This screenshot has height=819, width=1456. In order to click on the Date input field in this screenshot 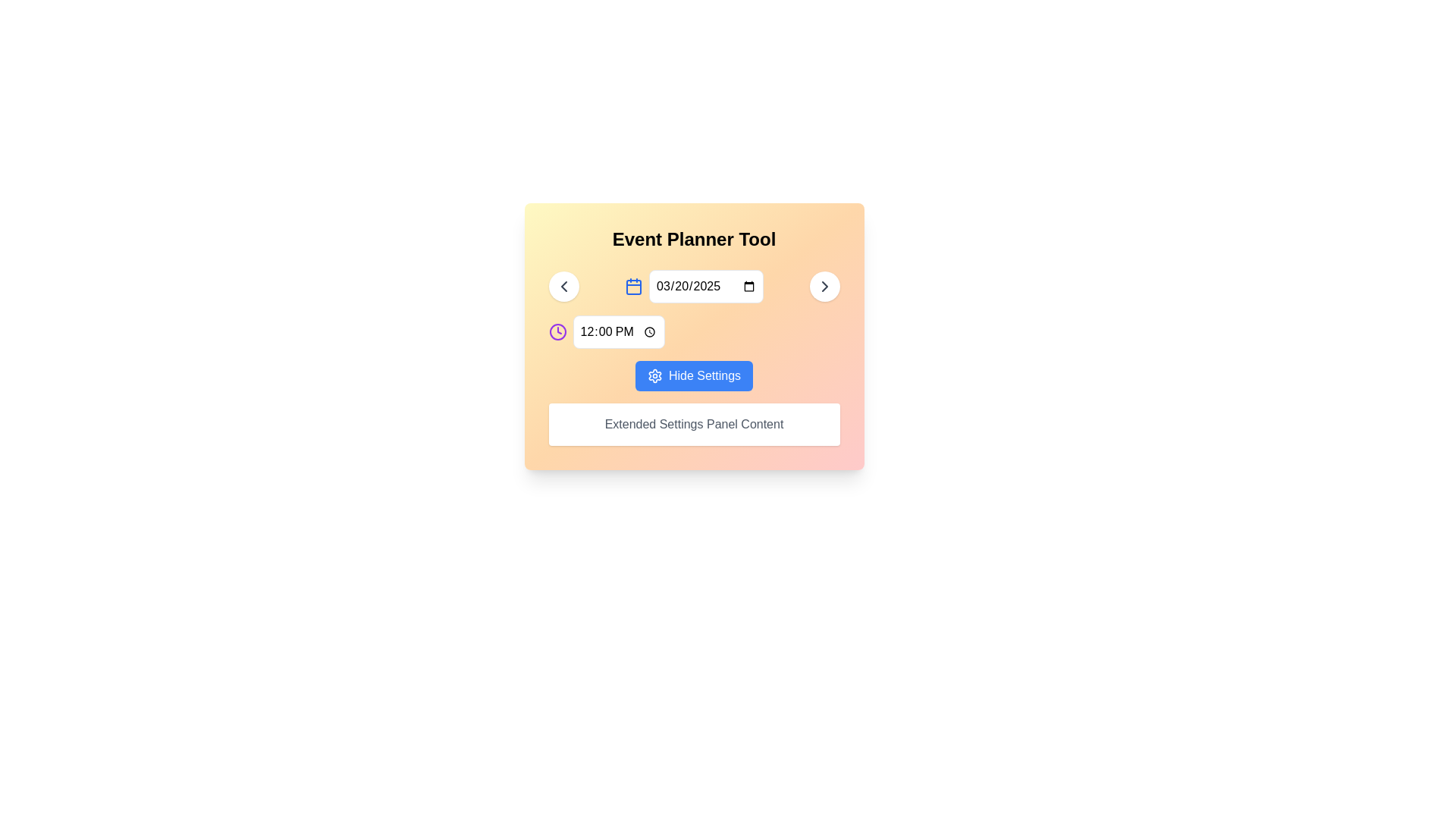, I will do `click(705, 287)`.